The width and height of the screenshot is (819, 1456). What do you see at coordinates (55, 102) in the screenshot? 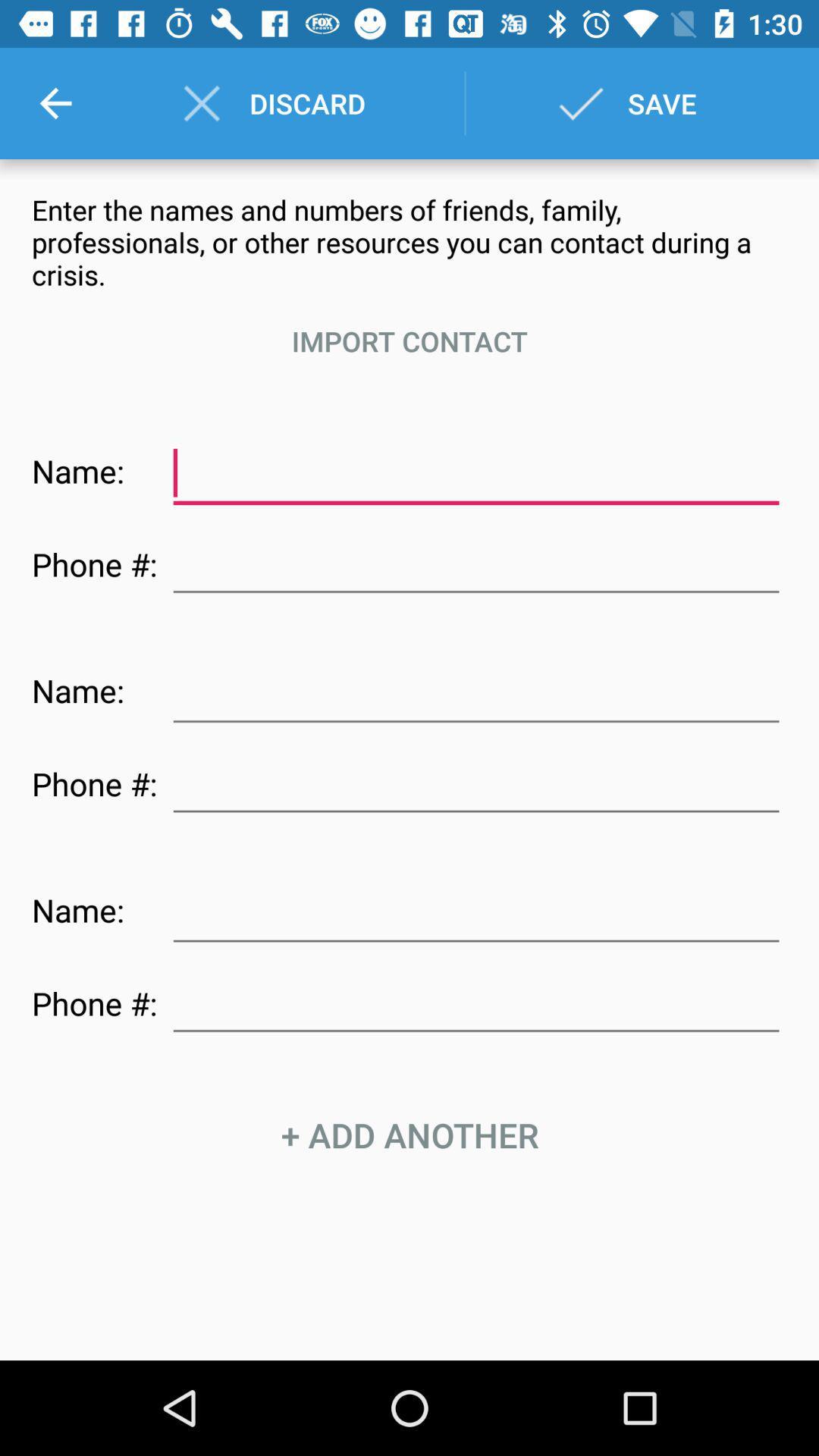
I see `the icon next to discard item` at bounding box center [55, 102].